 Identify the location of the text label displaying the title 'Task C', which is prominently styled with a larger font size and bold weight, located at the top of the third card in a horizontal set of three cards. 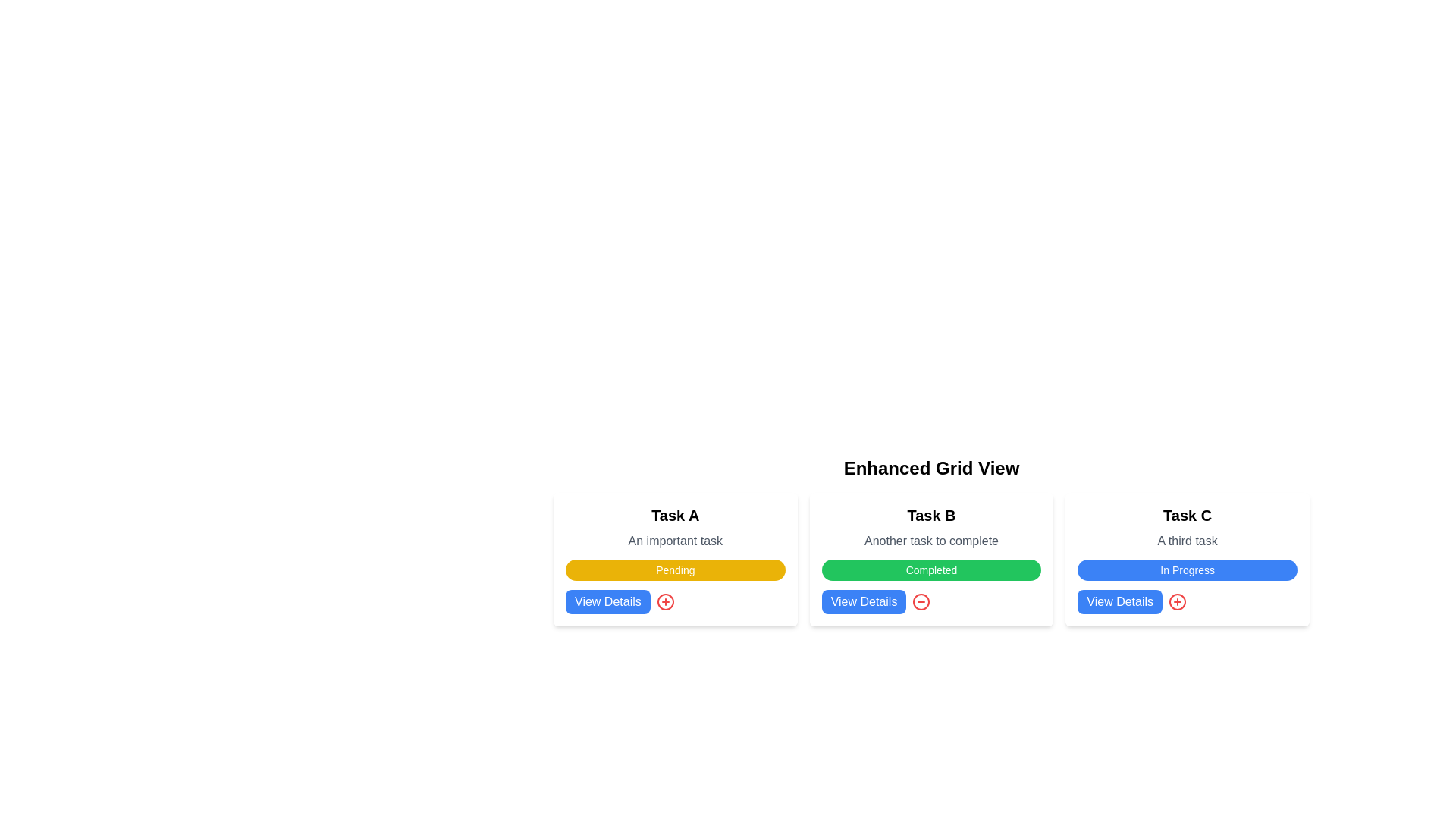
(1187, 514).